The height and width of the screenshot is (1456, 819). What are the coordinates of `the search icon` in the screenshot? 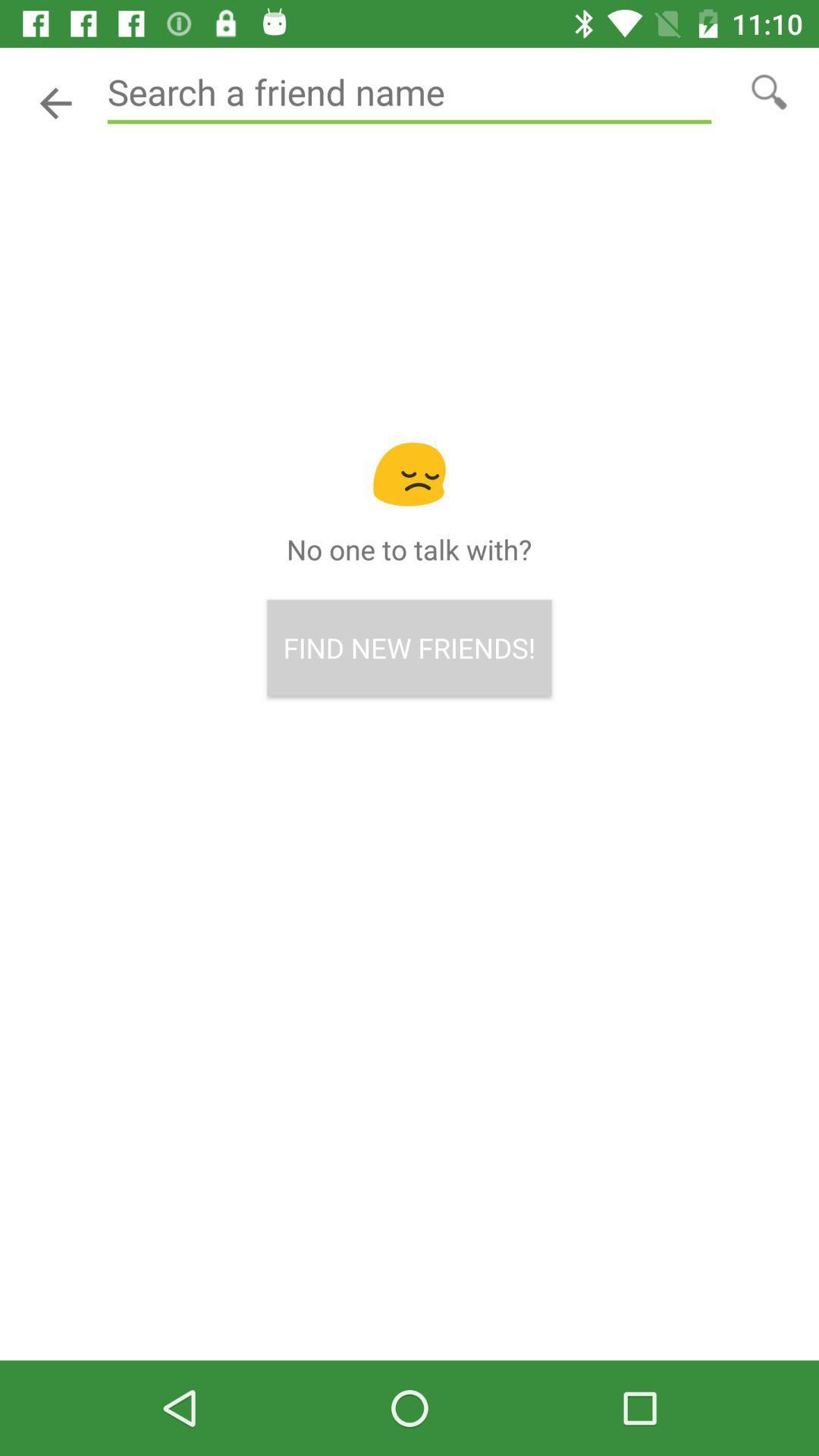 It's located at (769, 90).